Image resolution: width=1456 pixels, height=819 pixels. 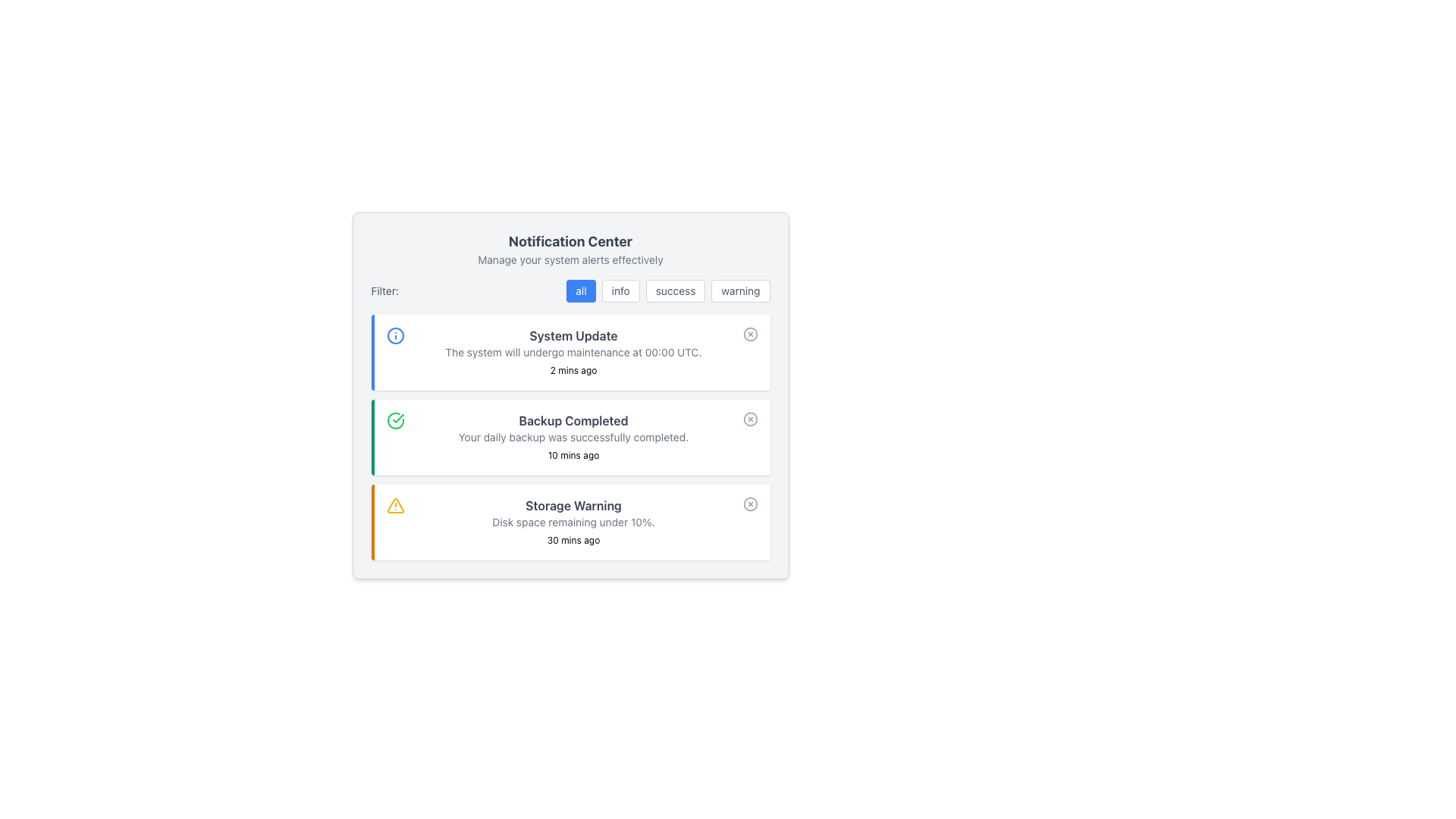 What do you see at coordinates (750, 504) in the screenshot?
I see `the Decorative SVG circle located to the far-right of the 'Storage Warning' alert in the notification center interface, which serves as a visual emphasis for error indication` at bounding box center [750, 504].